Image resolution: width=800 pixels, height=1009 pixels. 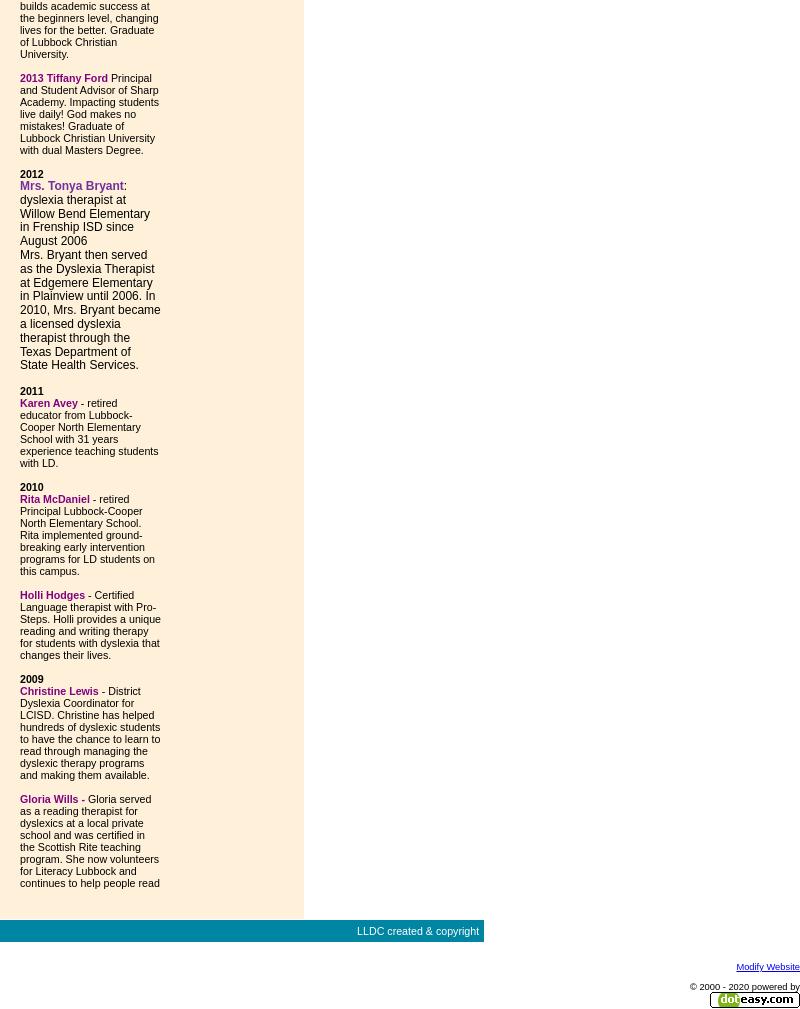 I want to click on 'Mrs. Bryant then served as the Dyslexia Therapist at Edgemere Elementary in Plainview until 2006. In 2010, Mrs. Bryant became a licensed dyslexia therapist through the Texas Department of State Health Services.', so click(x=90, y=308).